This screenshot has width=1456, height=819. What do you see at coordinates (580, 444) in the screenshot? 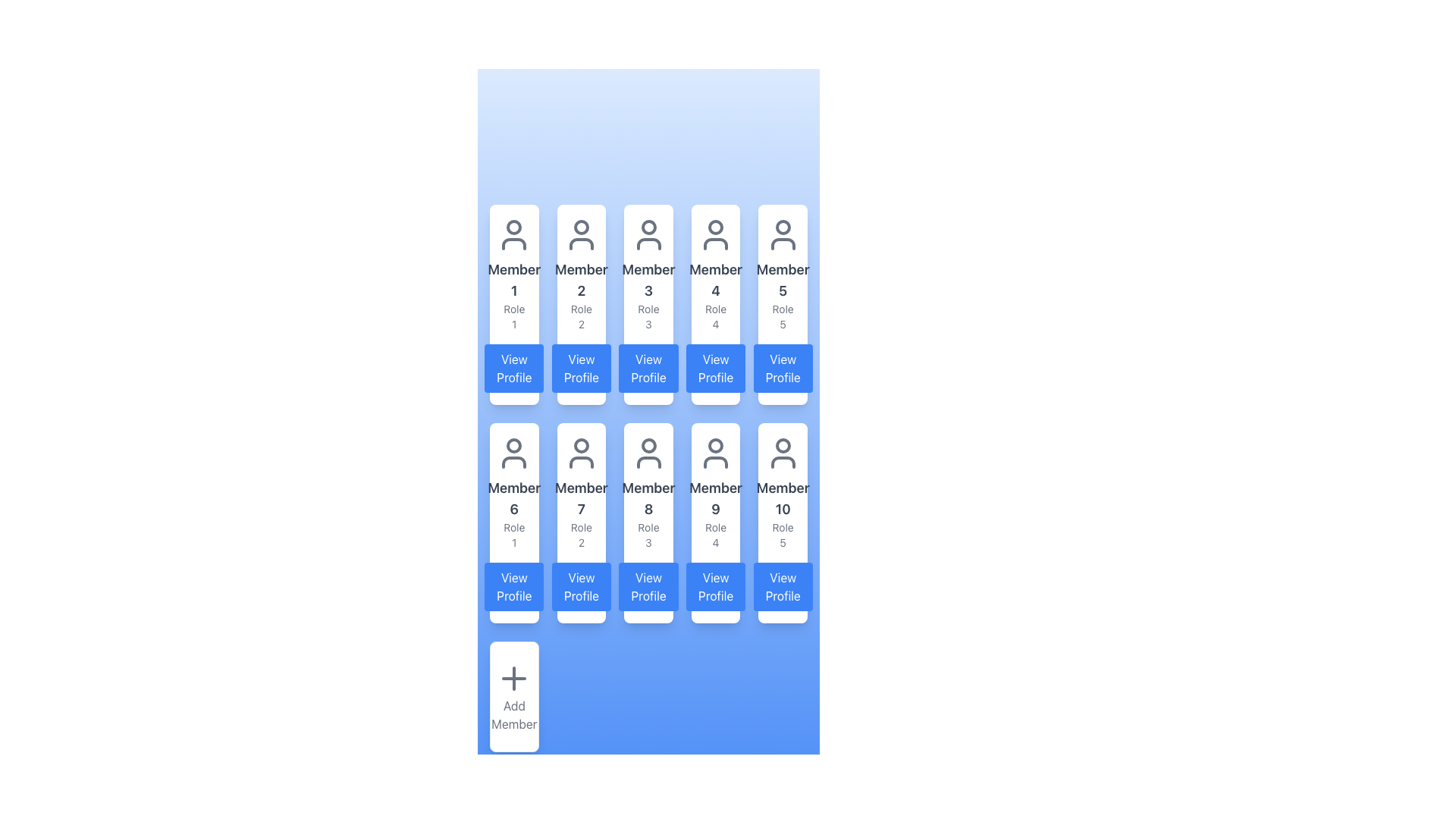
I see `the SVG circle element representing the user profile icon for 'Member 7' in the second row, second column of the user profile grid` at bounding box center [580, 444].